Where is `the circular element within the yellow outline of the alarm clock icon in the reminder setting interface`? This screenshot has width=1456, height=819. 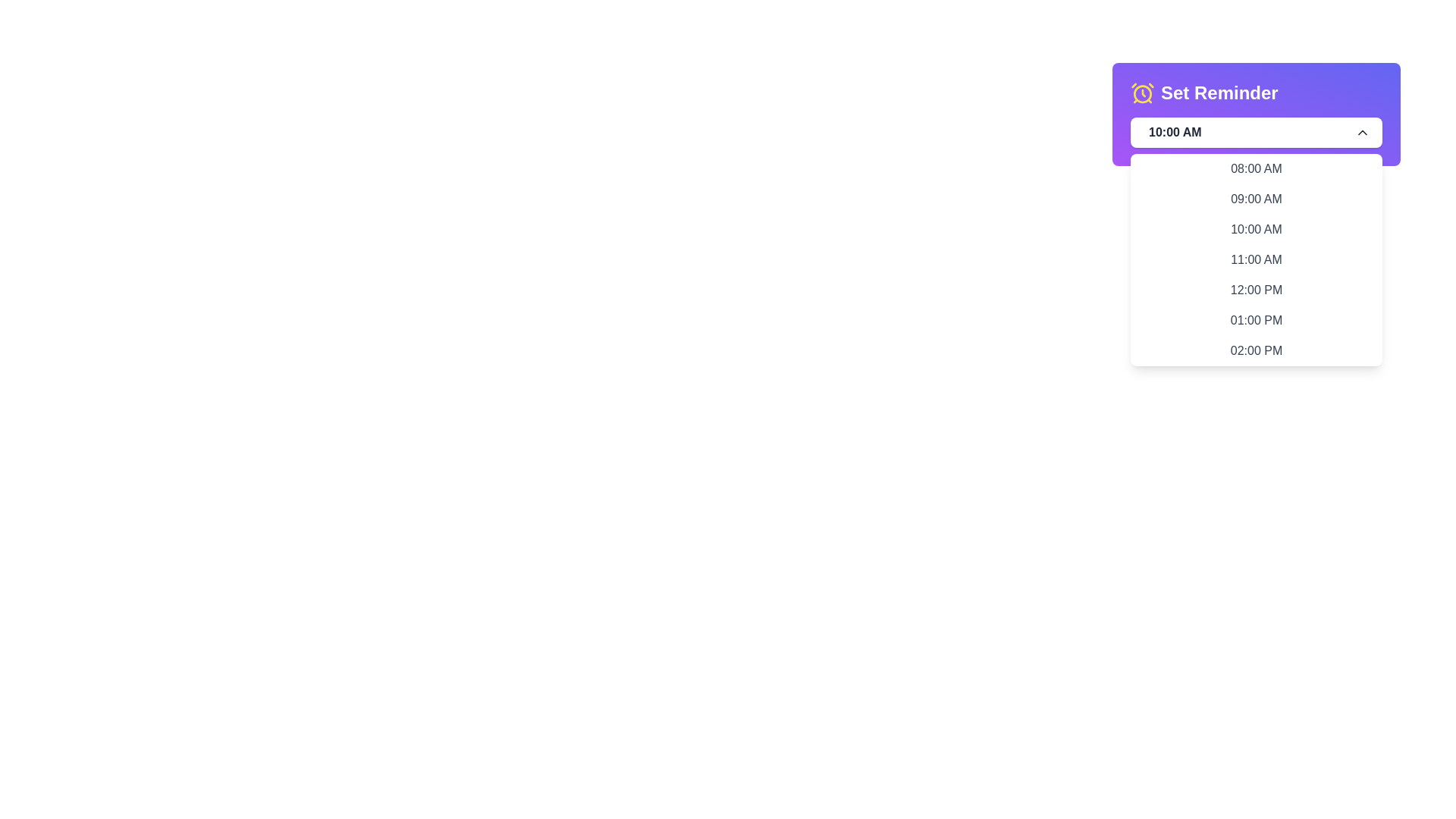
the circular element within the yellow outline of the alarm clock icon in the reminder setting interface is located at coordinates (1143, 93).